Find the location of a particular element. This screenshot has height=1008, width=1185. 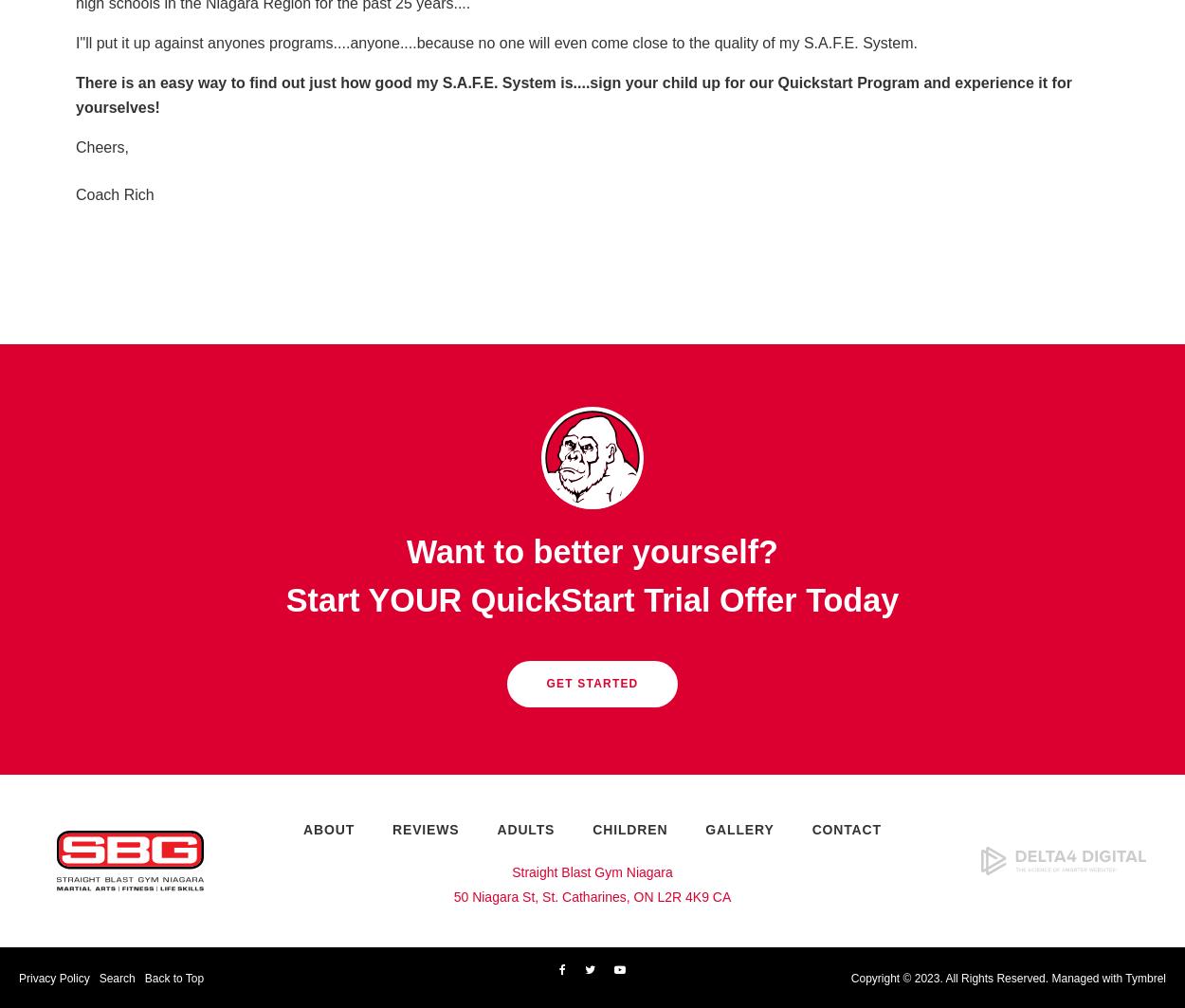

'50 Niagara St,' is located at coordinates (496, 895).